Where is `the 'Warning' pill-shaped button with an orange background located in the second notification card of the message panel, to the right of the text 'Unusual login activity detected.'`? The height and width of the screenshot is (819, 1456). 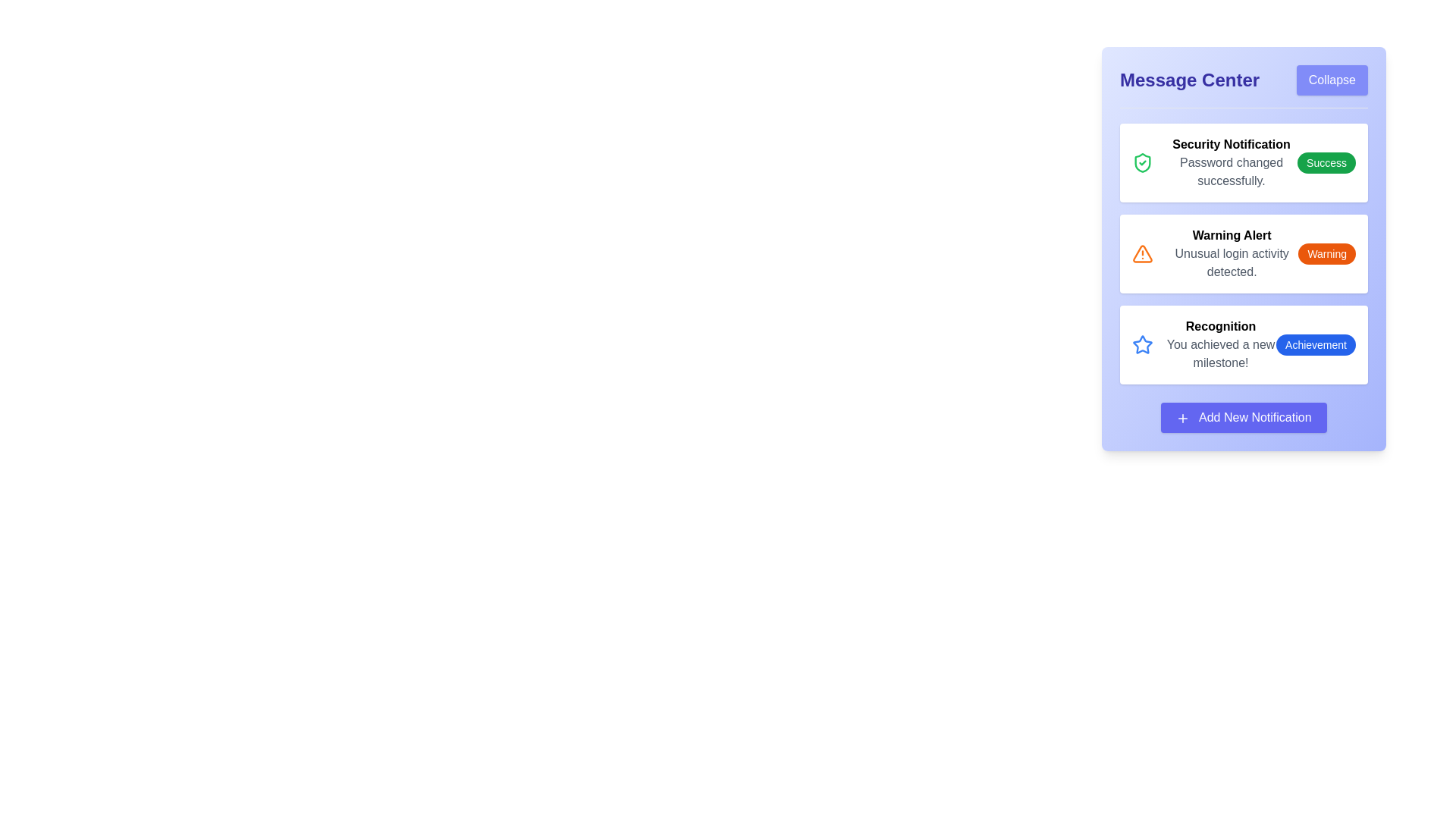 the 'Warning' pill-shaped button with an orange background located in the second notification card of the message panel, to the right of the text 'Unusual login activity detected.' is located at coordinates (1326, 253).